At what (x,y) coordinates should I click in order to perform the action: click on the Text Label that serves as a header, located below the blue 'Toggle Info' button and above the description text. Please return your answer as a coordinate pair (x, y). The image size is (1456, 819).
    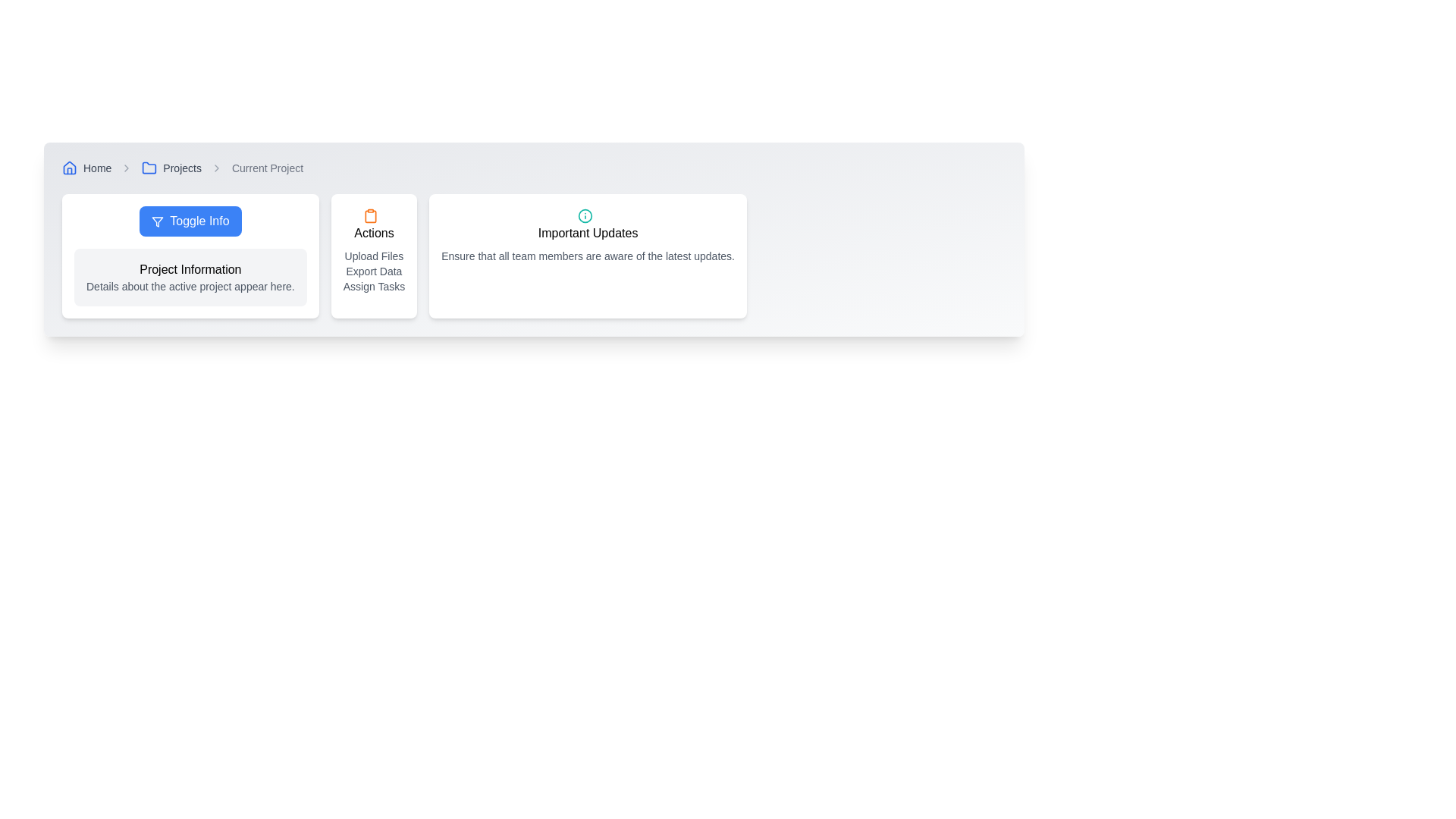
    Looking at the image, I should click on (190, 268).